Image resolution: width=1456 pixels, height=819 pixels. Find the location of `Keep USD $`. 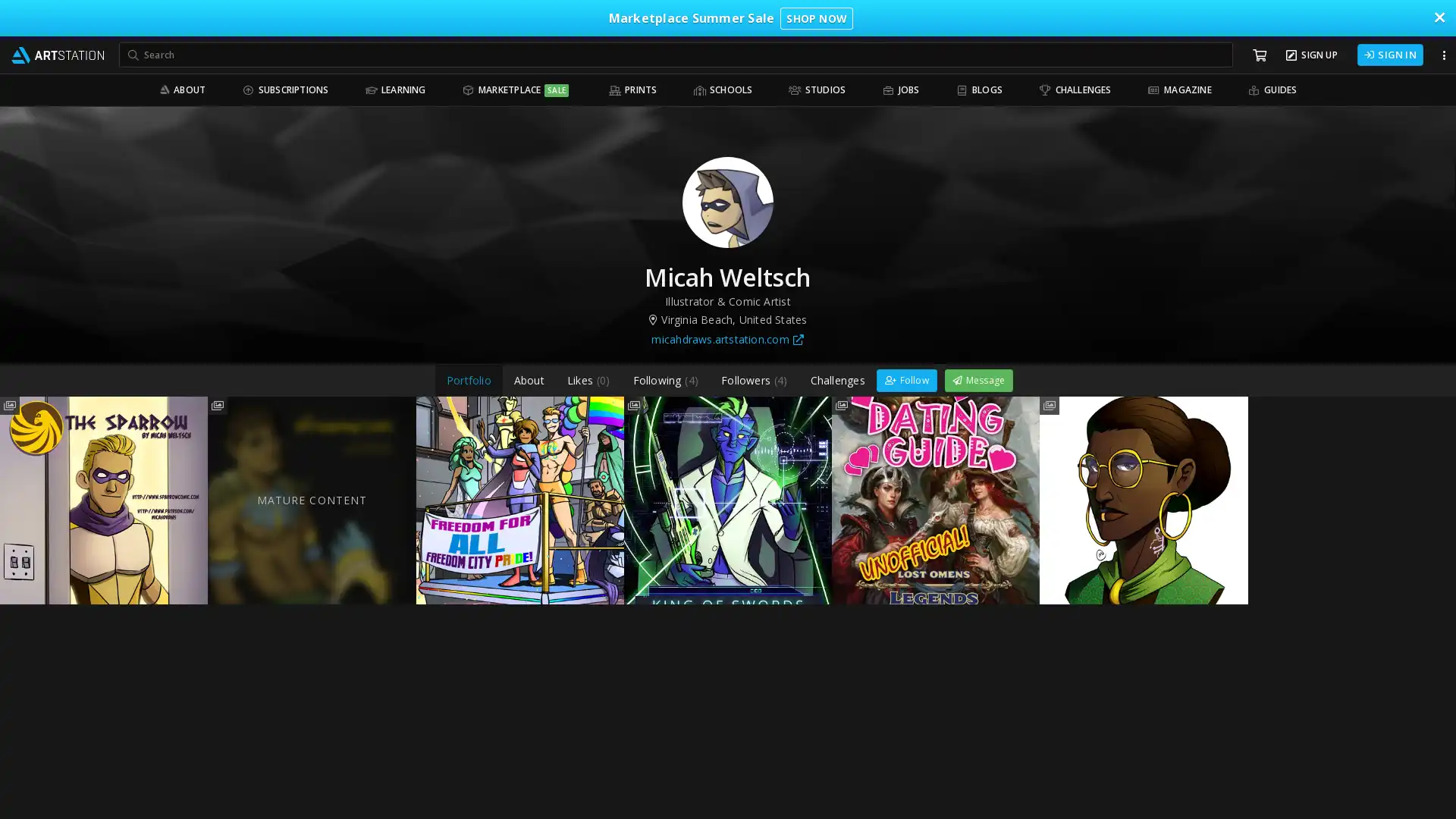

Keep USD $ is located at coordinates (633, 359).